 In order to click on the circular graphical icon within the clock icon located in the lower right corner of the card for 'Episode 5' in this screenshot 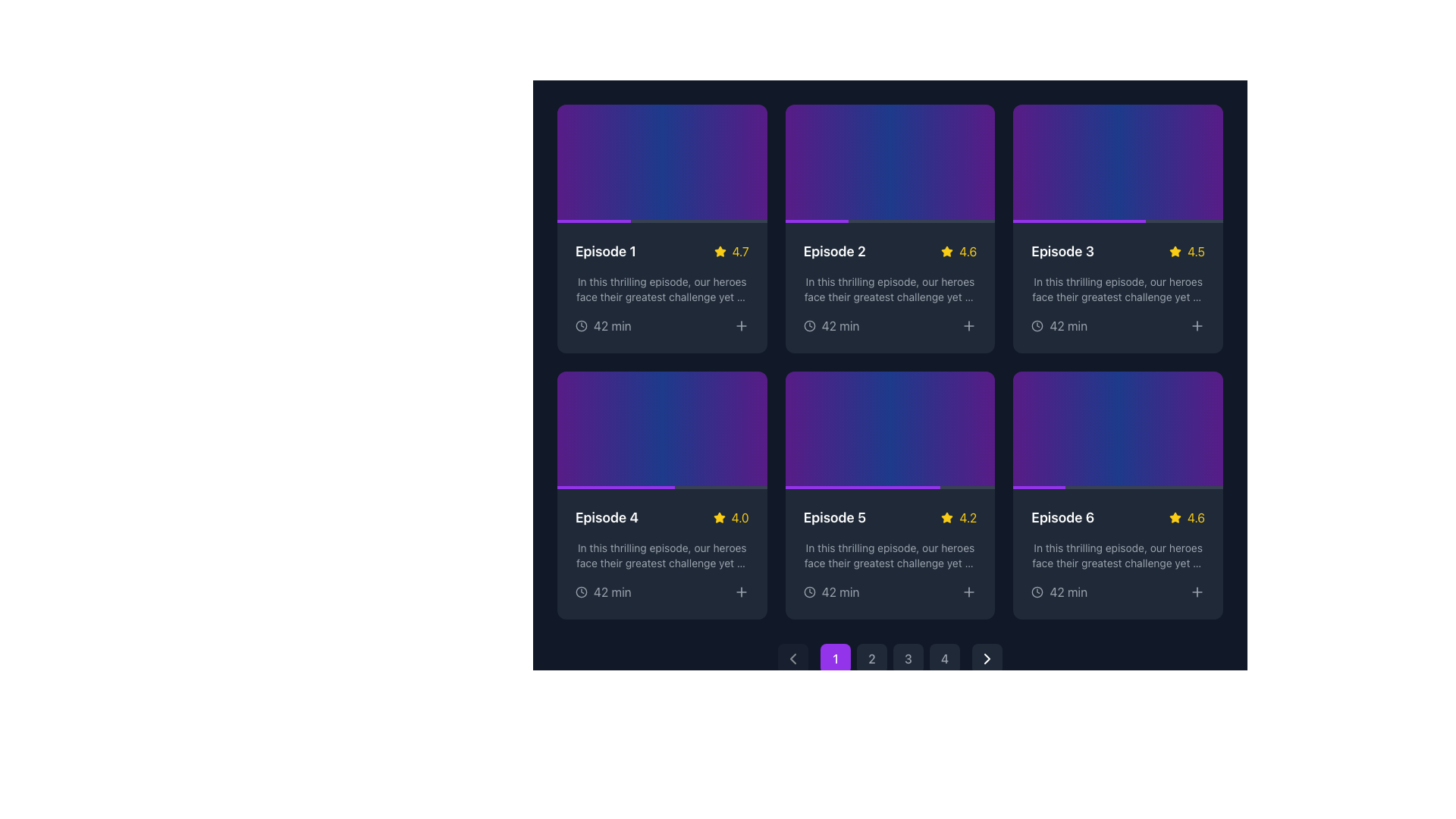, I will do `click(808, 591)`.